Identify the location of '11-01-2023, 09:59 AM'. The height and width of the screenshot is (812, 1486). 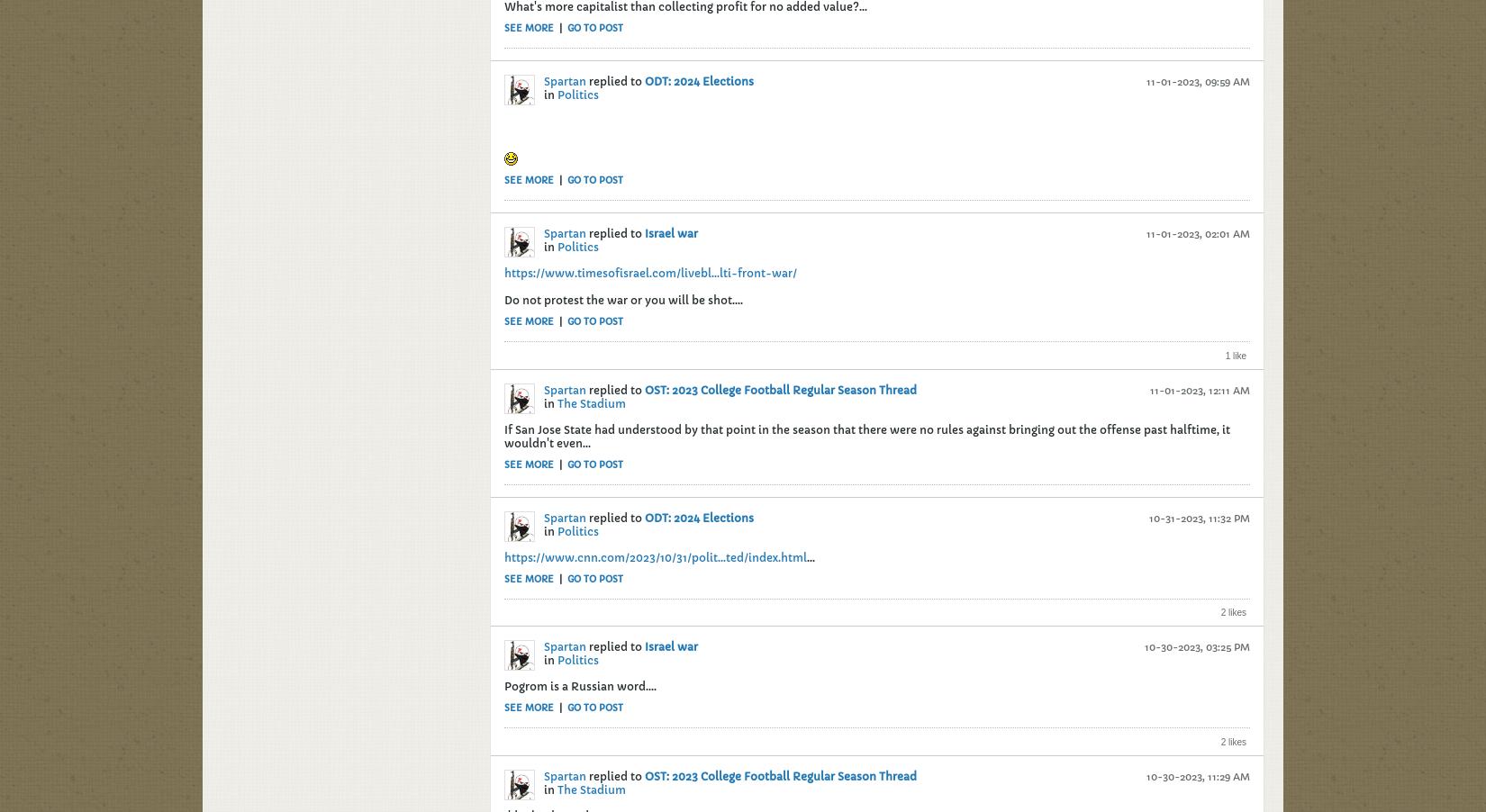
(1197, 81).